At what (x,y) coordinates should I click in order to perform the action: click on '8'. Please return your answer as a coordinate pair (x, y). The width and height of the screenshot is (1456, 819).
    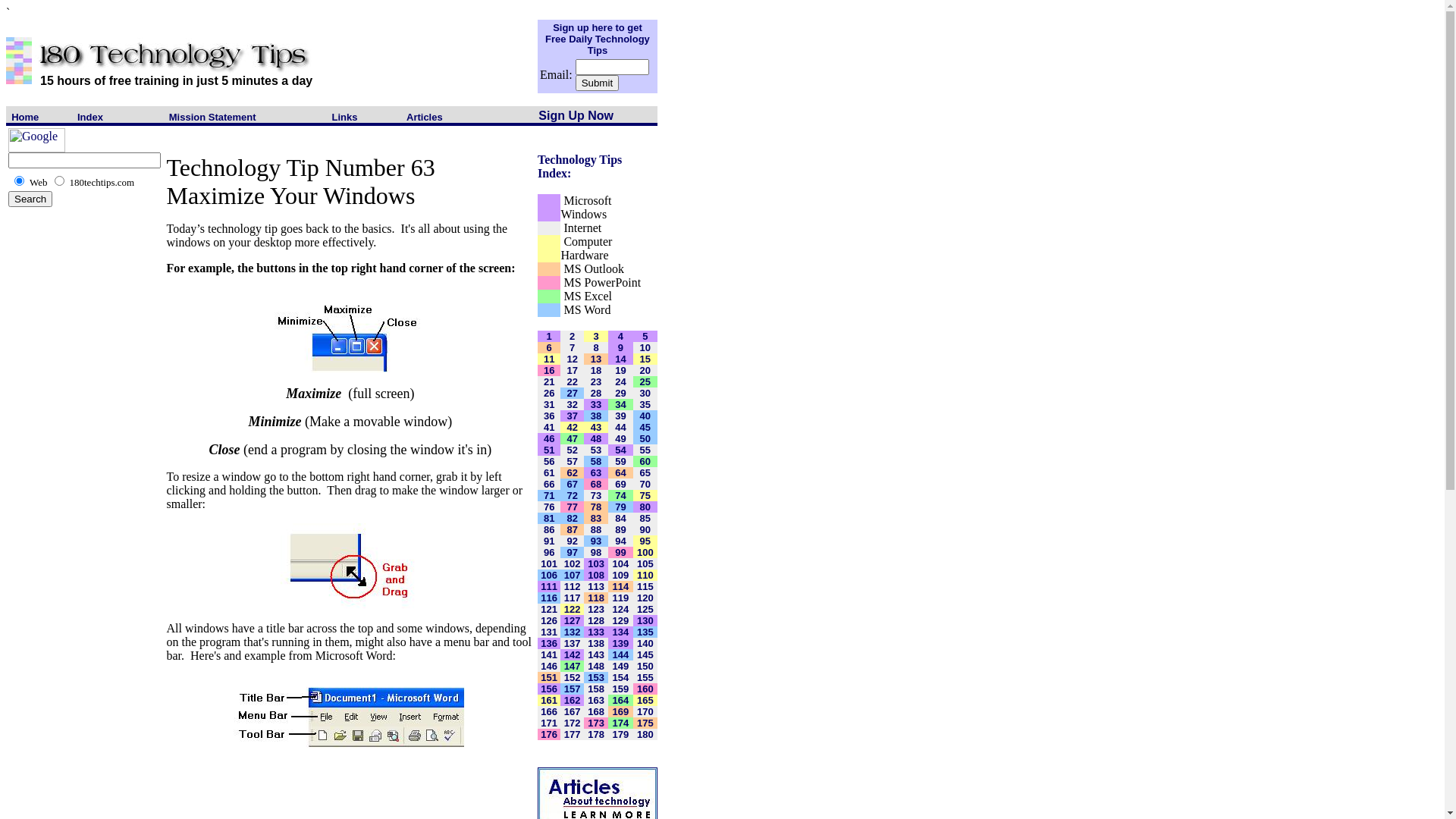
    Looking at the image, I should click on (595, 347).